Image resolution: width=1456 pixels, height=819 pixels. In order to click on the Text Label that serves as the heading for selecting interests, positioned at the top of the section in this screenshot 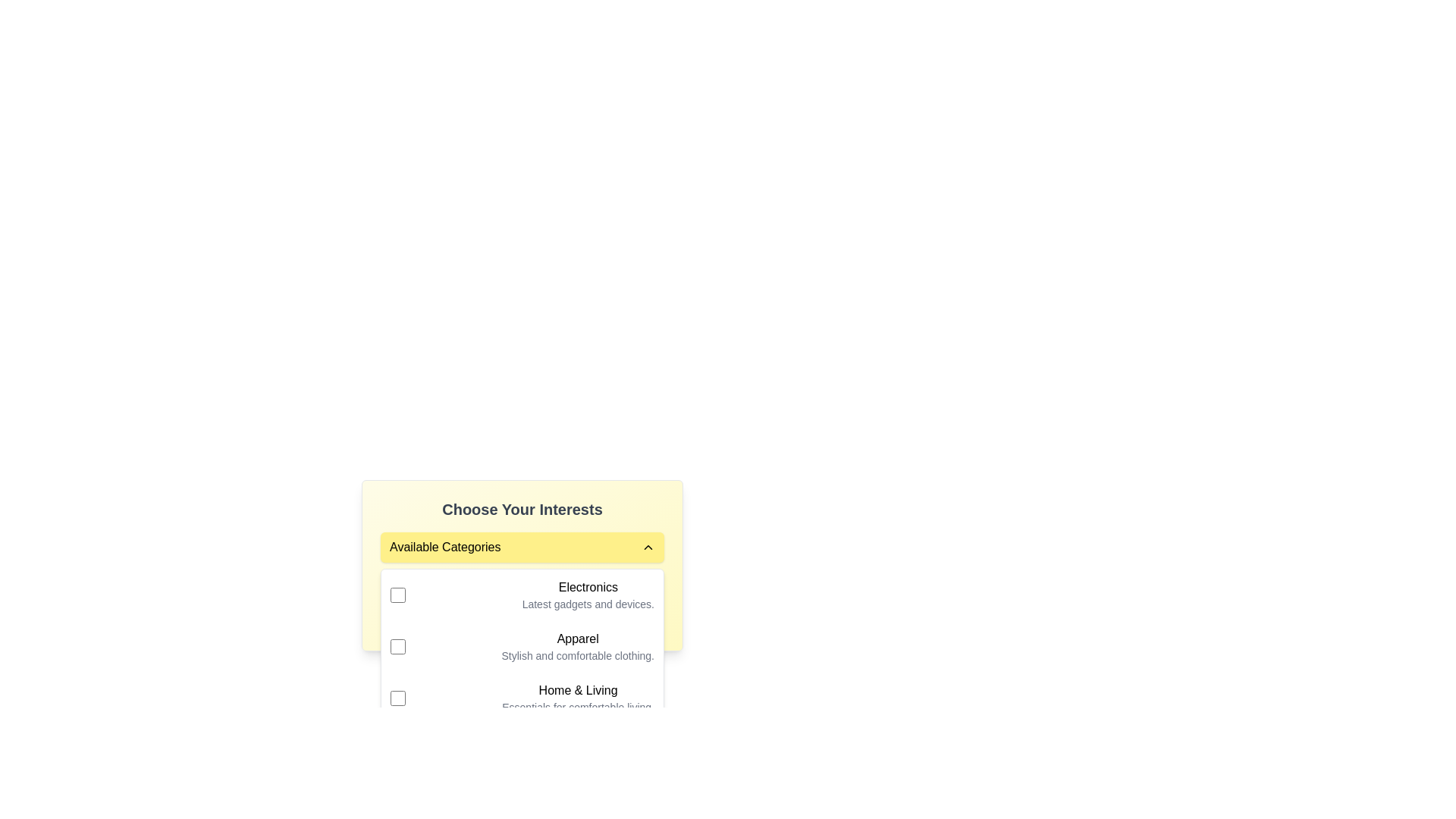, I will do `click(522, 509)`.